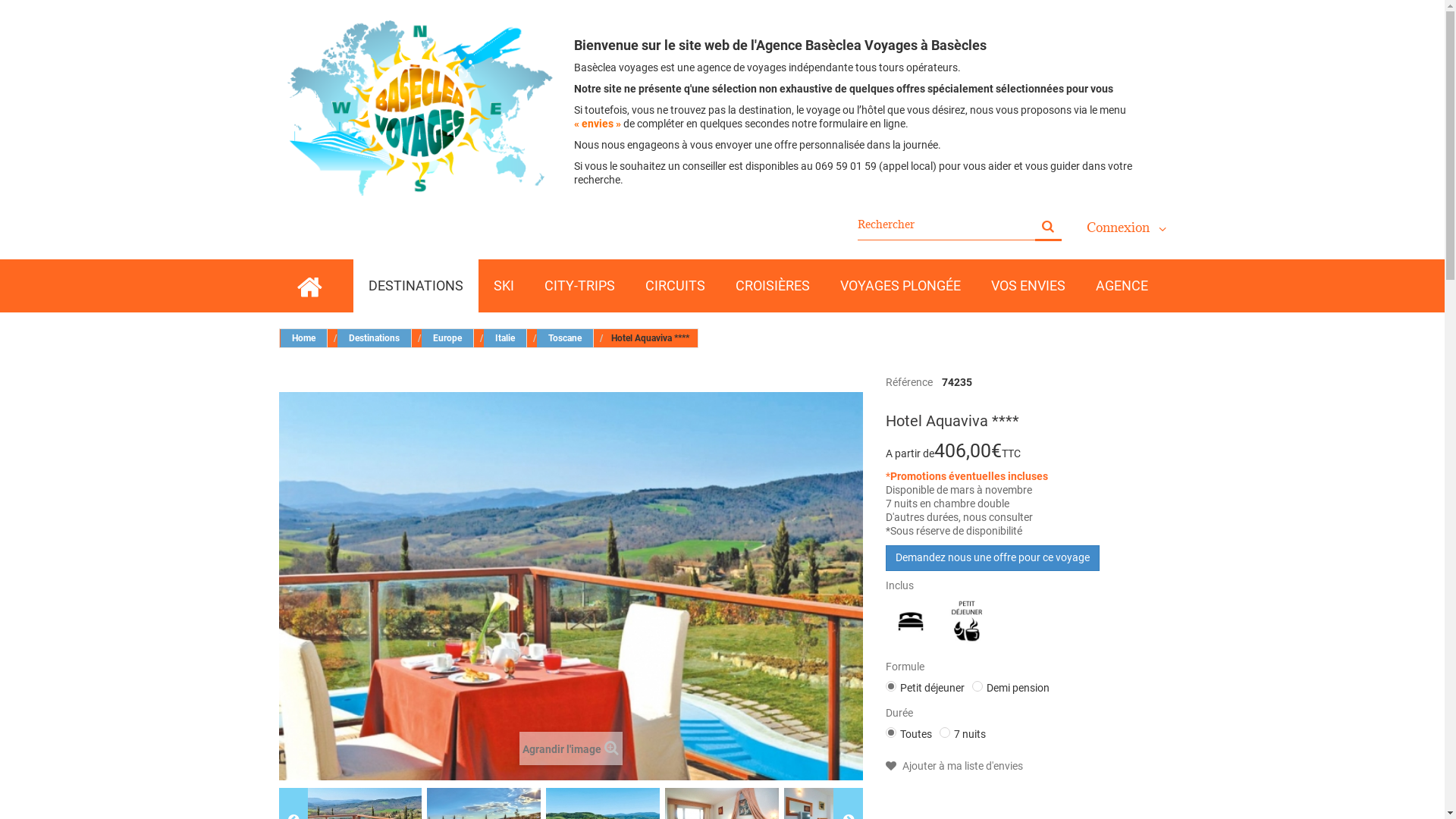  Describe the element at coordinates (1027, 286) in the screenshot. I see `'VOS ENVIES'` at that location.